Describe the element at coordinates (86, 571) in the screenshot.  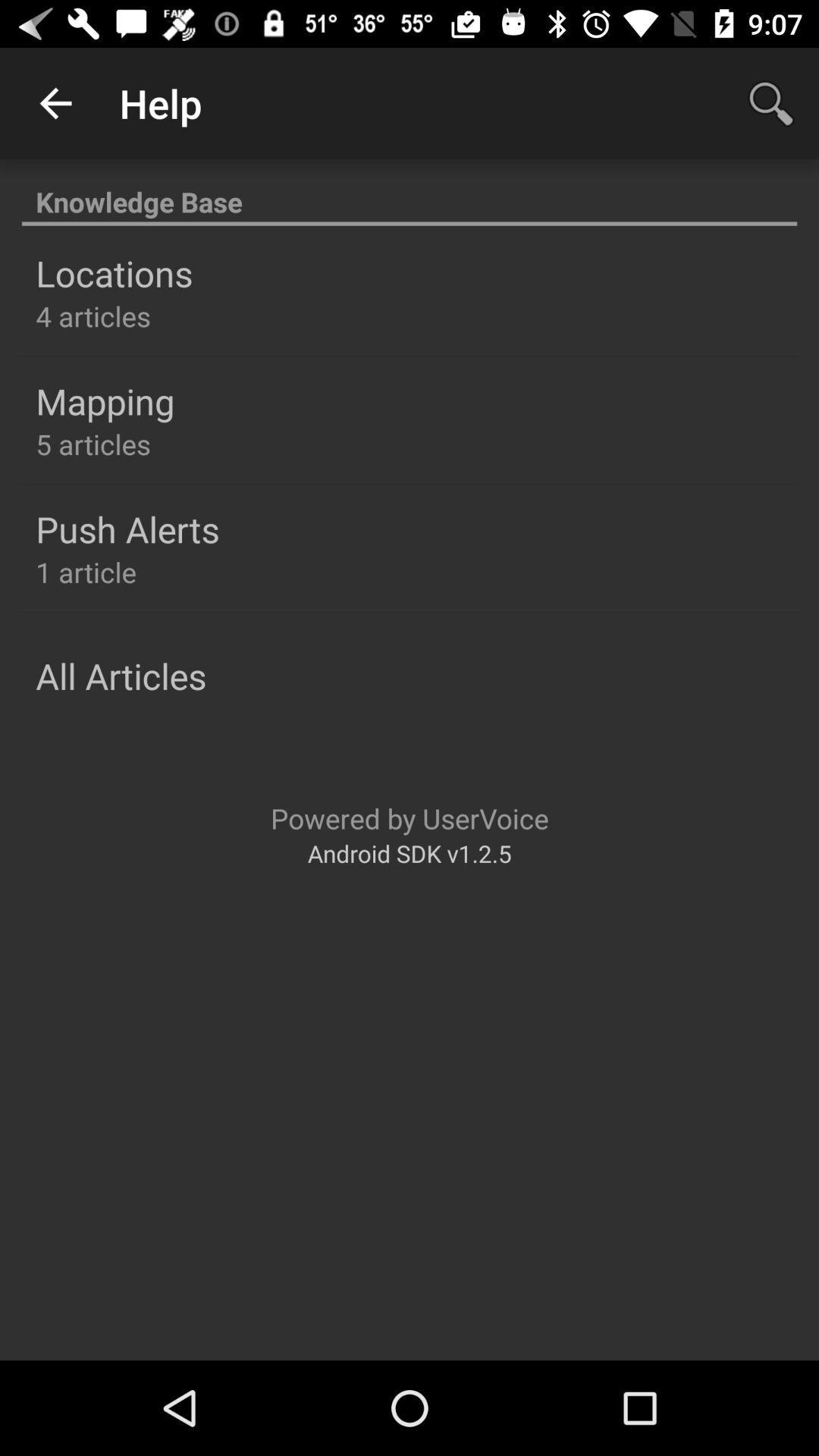
I see `icon below the push alerts icon` at that location.